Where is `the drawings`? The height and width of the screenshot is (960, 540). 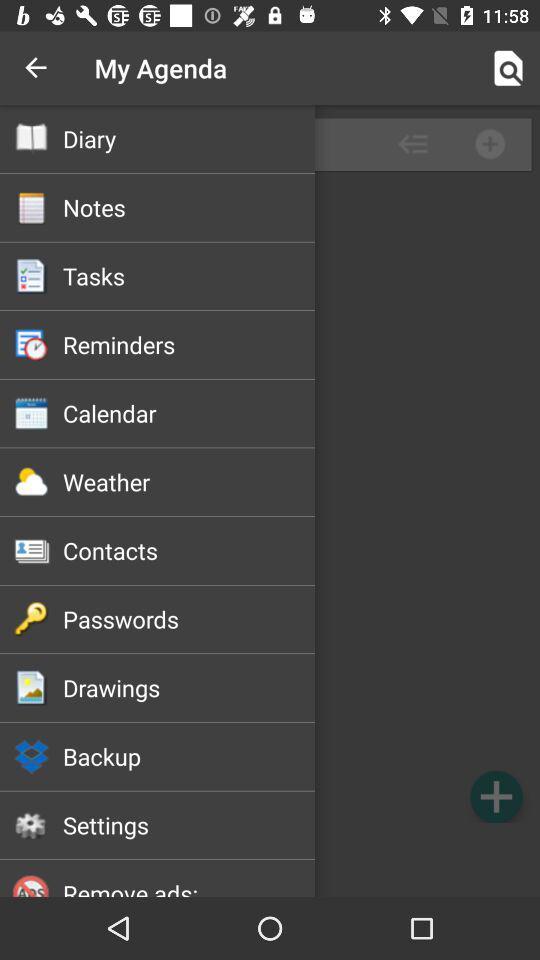 the drawings is located at coordinates (189, 687).